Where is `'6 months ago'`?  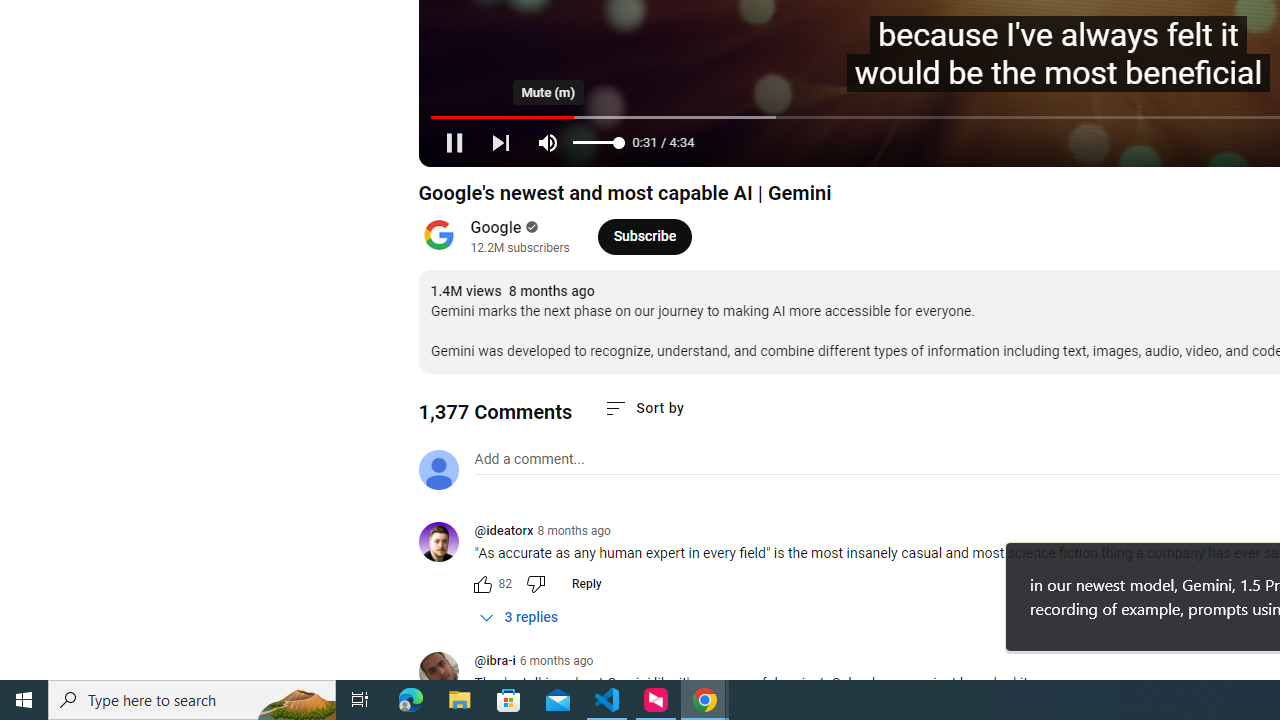
'6 months ago' is located at coordinates (556, 661).